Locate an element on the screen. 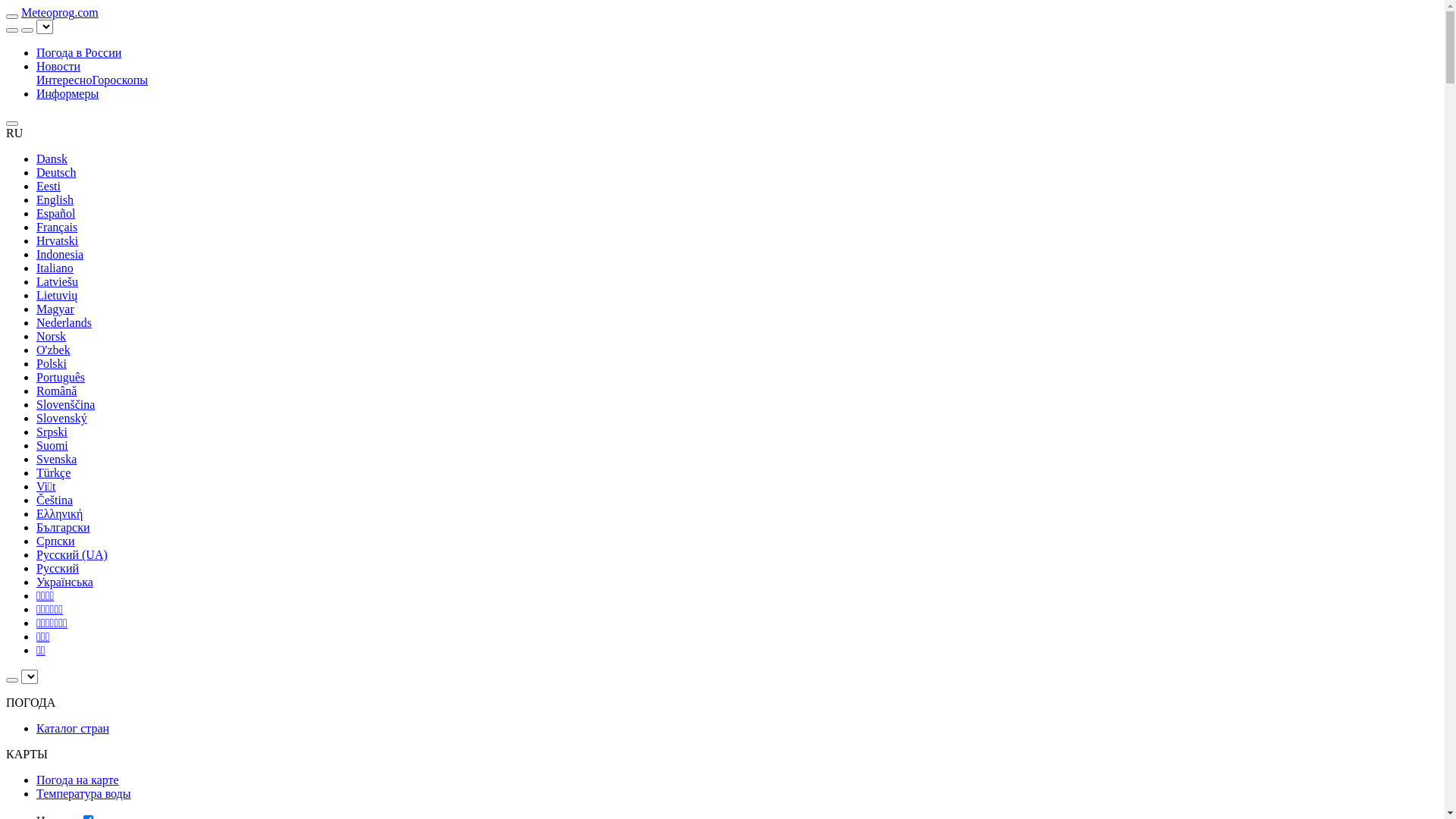 The height and width of the screenshot is (819, 1456). 'Indonesia' is located at coordinates (59, 253).